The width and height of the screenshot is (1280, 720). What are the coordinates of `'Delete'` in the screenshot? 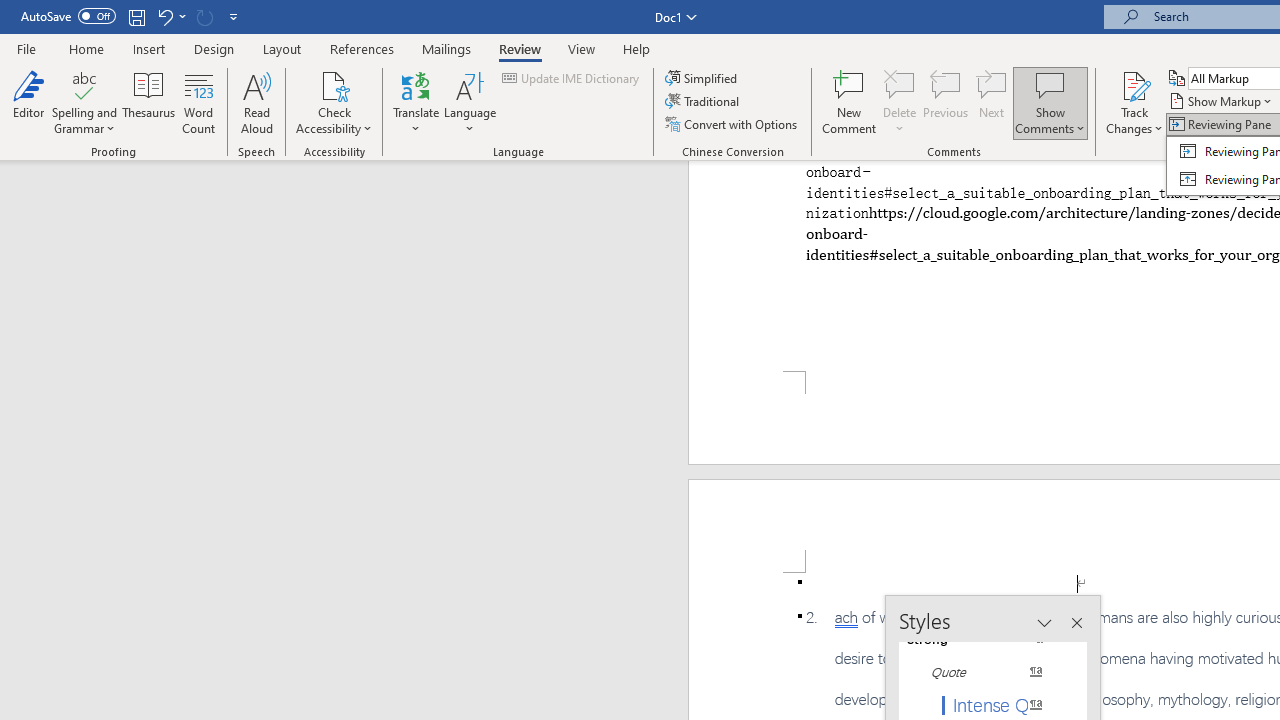 It's located at (899, 84).